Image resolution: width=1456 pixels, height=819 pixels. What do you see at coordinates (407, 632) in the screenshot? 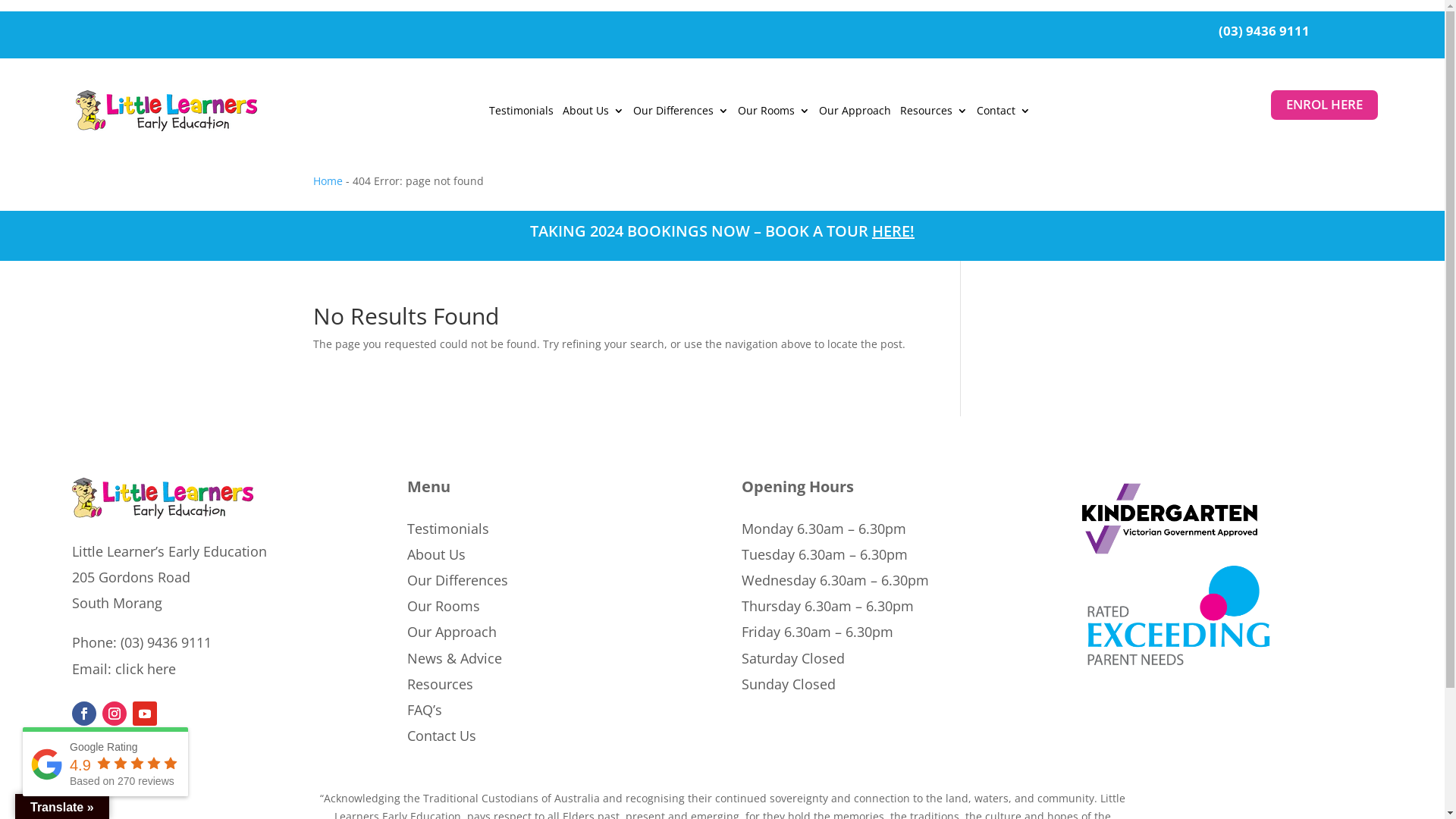
I see `'Our Approach'` at bounding box center [407, 632].